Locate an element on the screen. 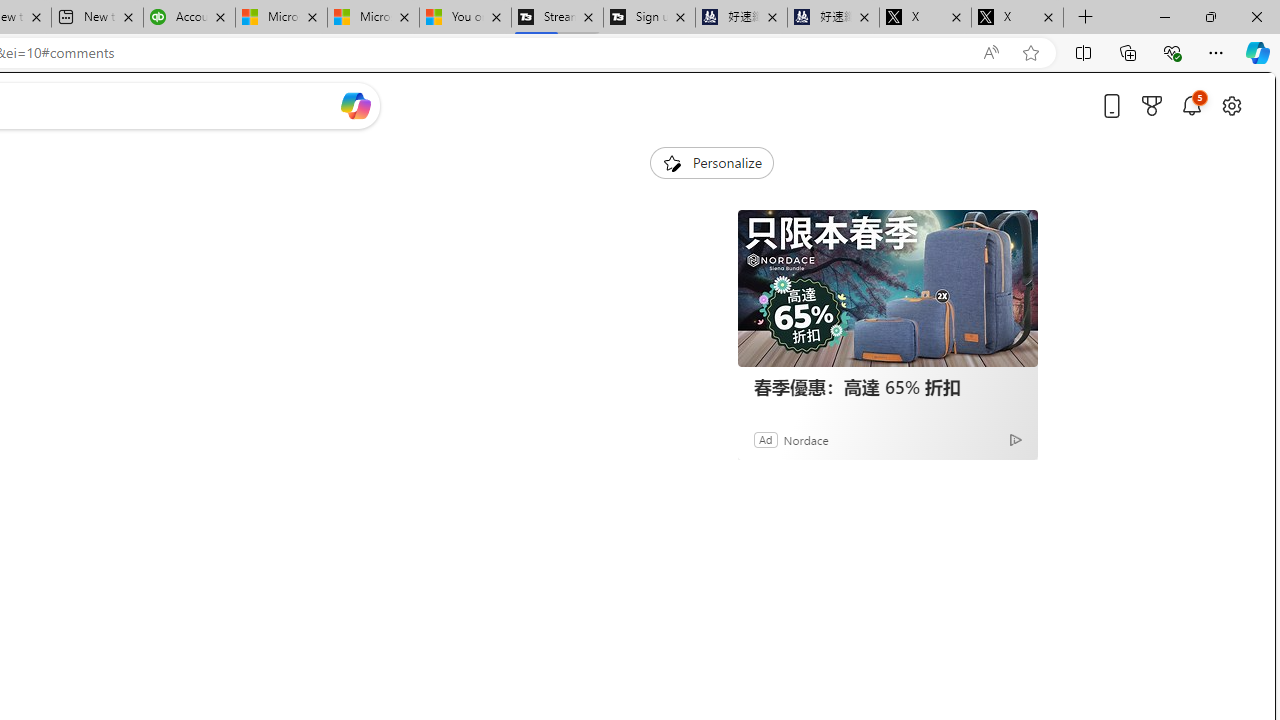 This screenshot has width=1280, height=720. 'Open settings' is located at coordinates (1231, 105).